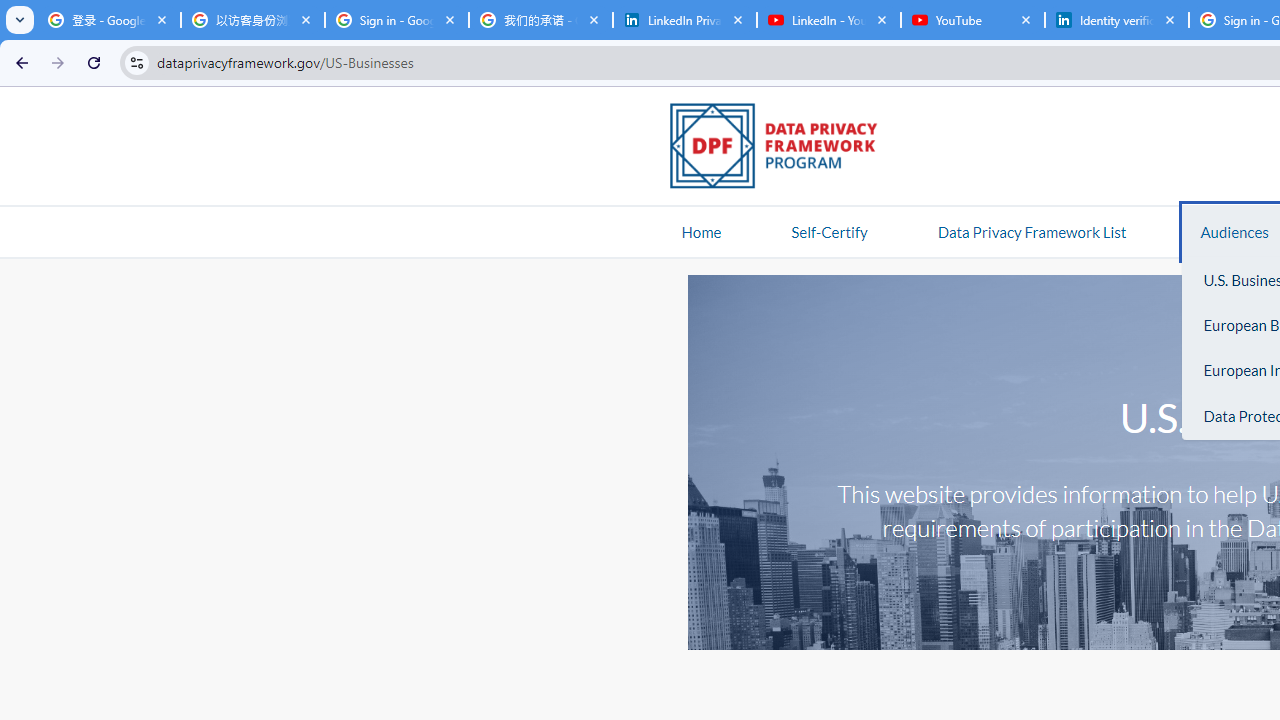  What do you see at coordinates (684, 20) in the screenshot?
I see `'LinkedIn Privacy Policy'` at bounding box center [684, 20].